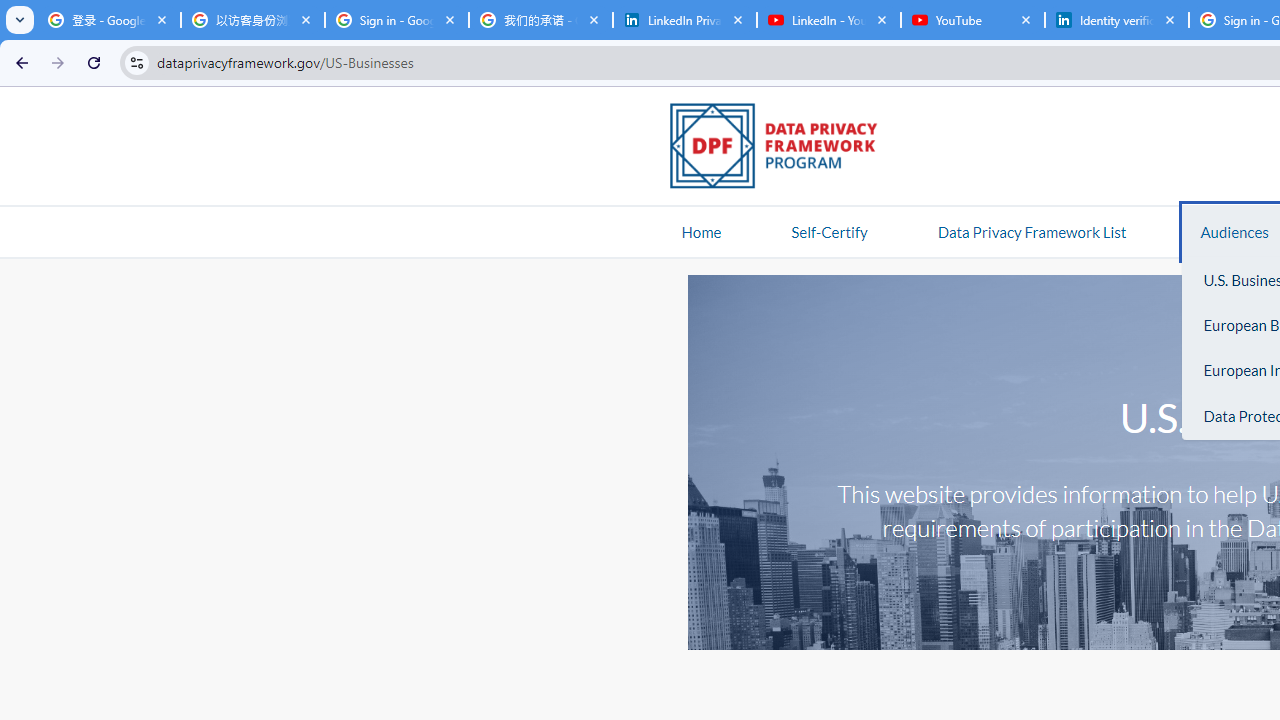  What do you see at coordinates (684, 20) in the screenshot?
I see `'LinkedIn Privacy Policy'` at bounding box center [684, 20].